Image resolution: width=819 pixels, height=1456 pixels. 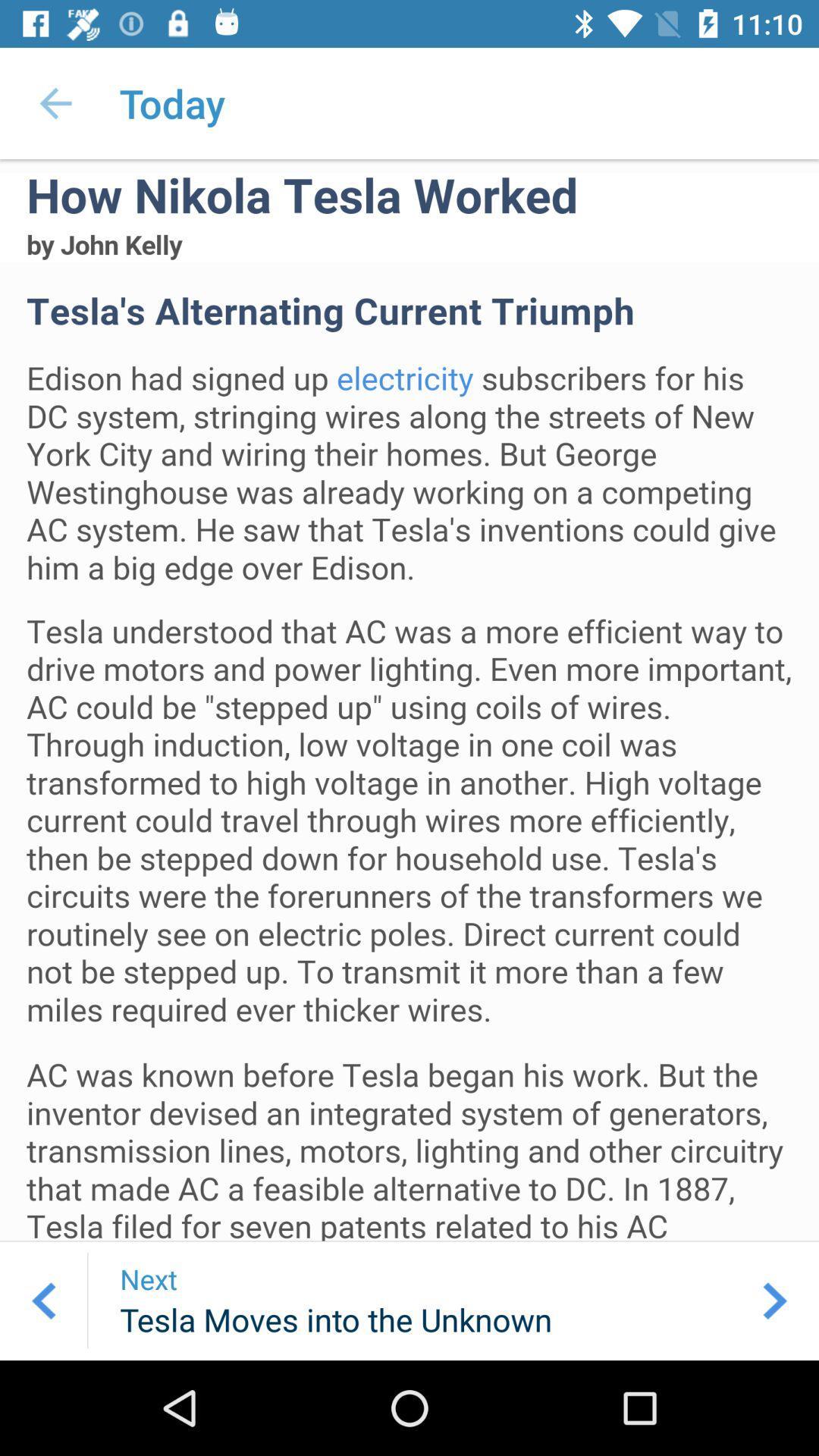 I want to click on the arrow_forward icon, so click(x=775, y=1300).